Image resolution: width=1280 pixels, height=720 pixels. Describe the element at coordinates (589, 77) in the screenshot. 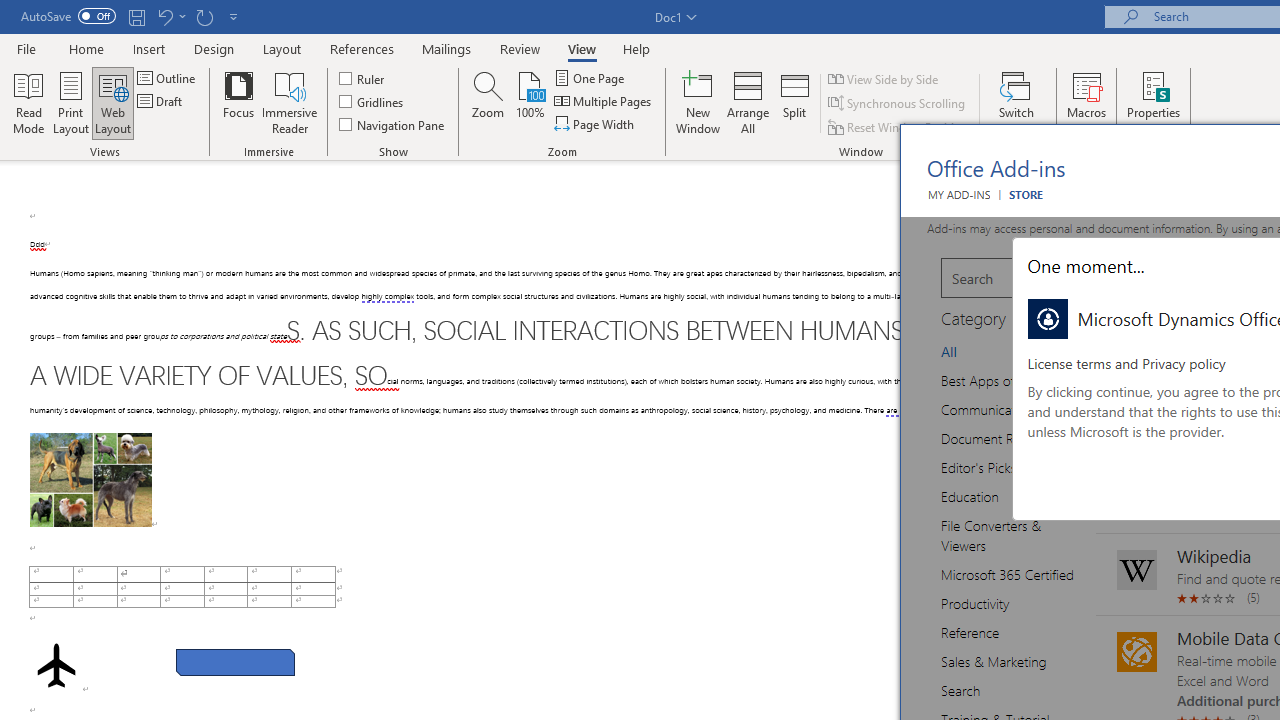

I see `'One Page'` at that location.